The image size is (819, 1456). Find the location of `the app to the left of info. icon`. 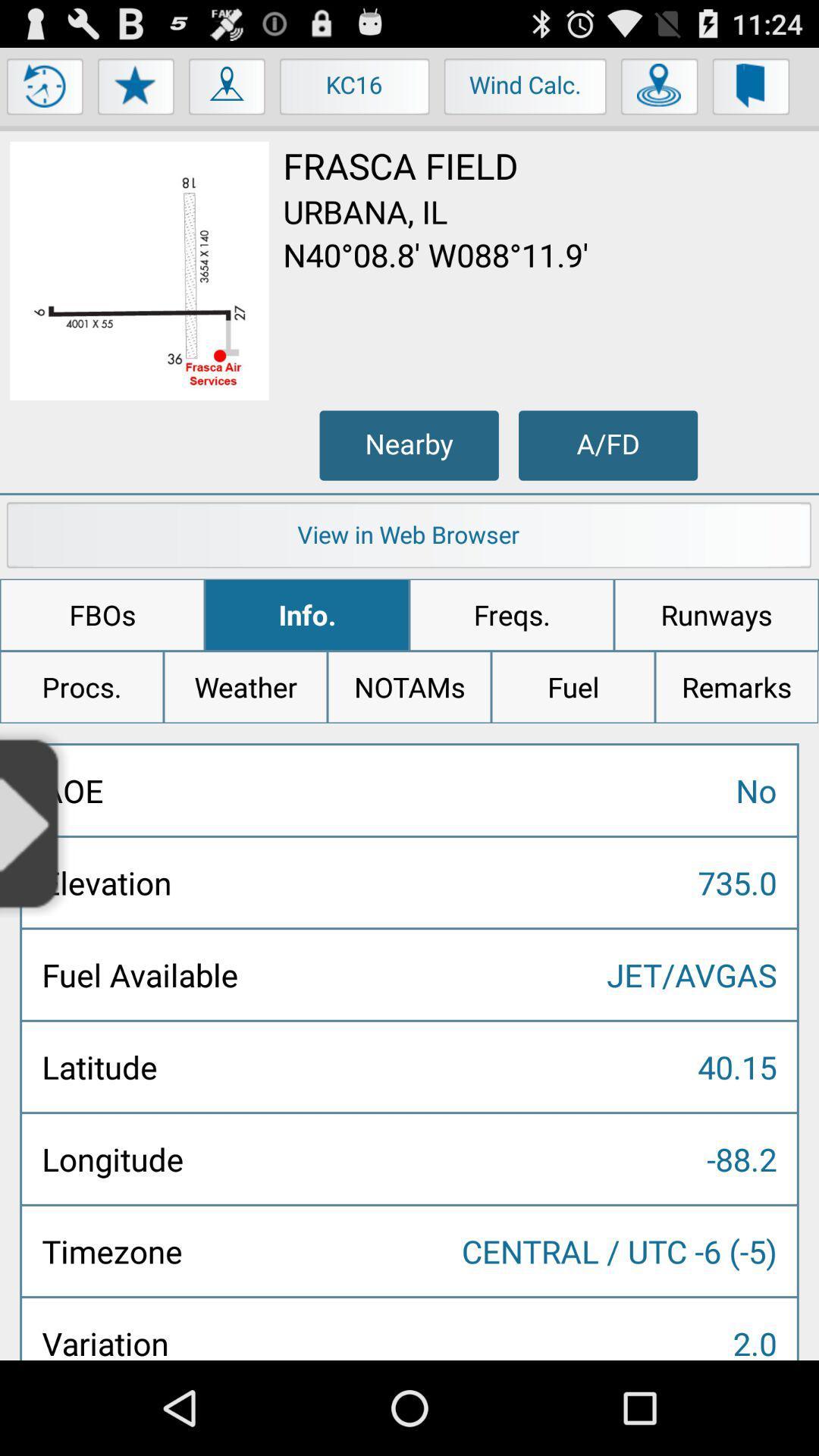

the app to the left of info. icon is located at coordinates (102, 615).